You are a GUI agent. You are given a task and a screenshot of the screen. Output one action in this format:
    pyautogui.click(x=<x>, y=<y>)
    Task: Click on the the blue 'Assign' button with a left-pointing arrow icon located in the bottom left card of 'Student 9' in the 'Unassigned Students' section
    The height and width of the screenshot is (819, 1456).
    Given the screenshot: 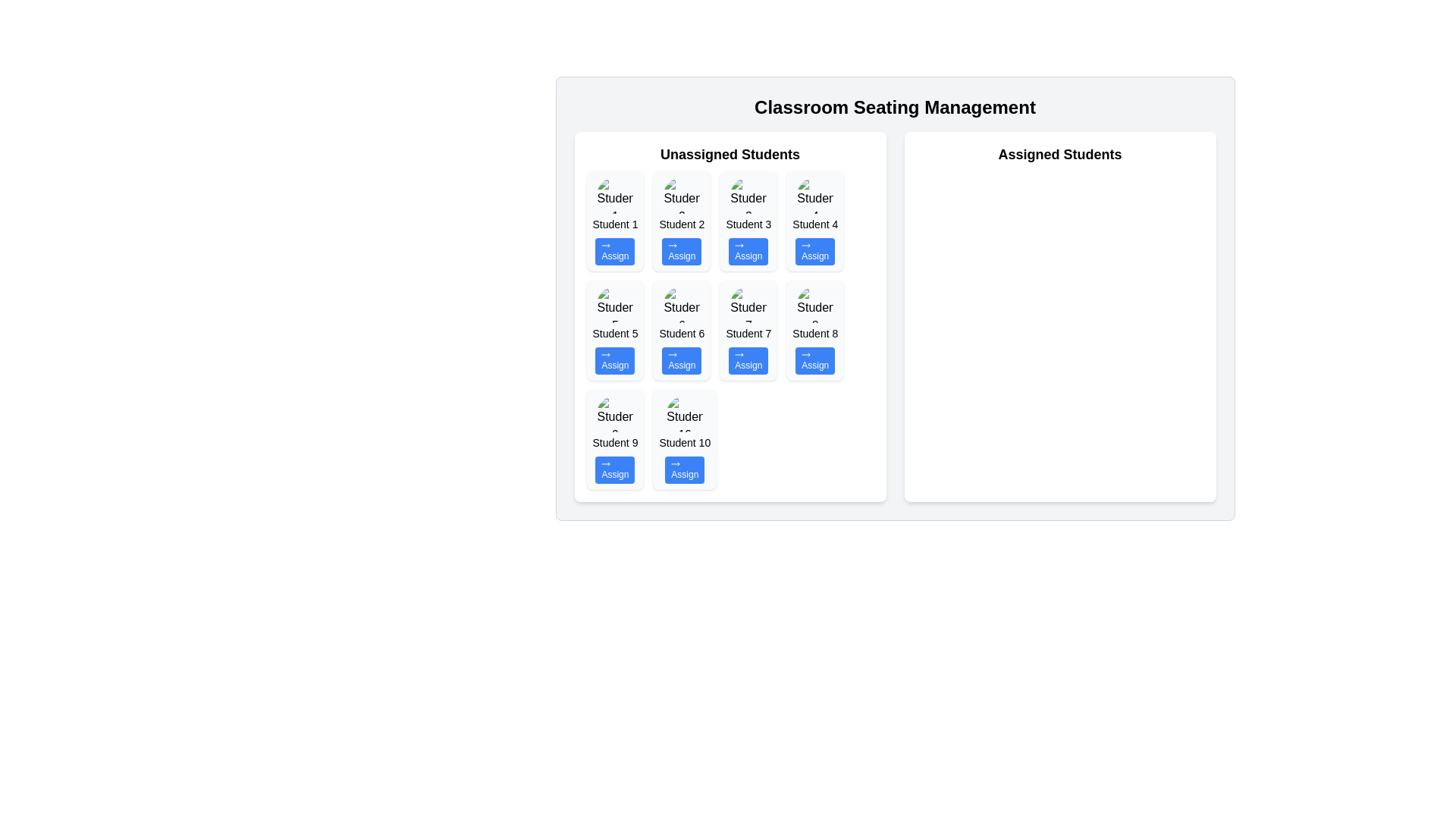 What is the action you would take?
    pyautogui.click(x=615, y=469)
    